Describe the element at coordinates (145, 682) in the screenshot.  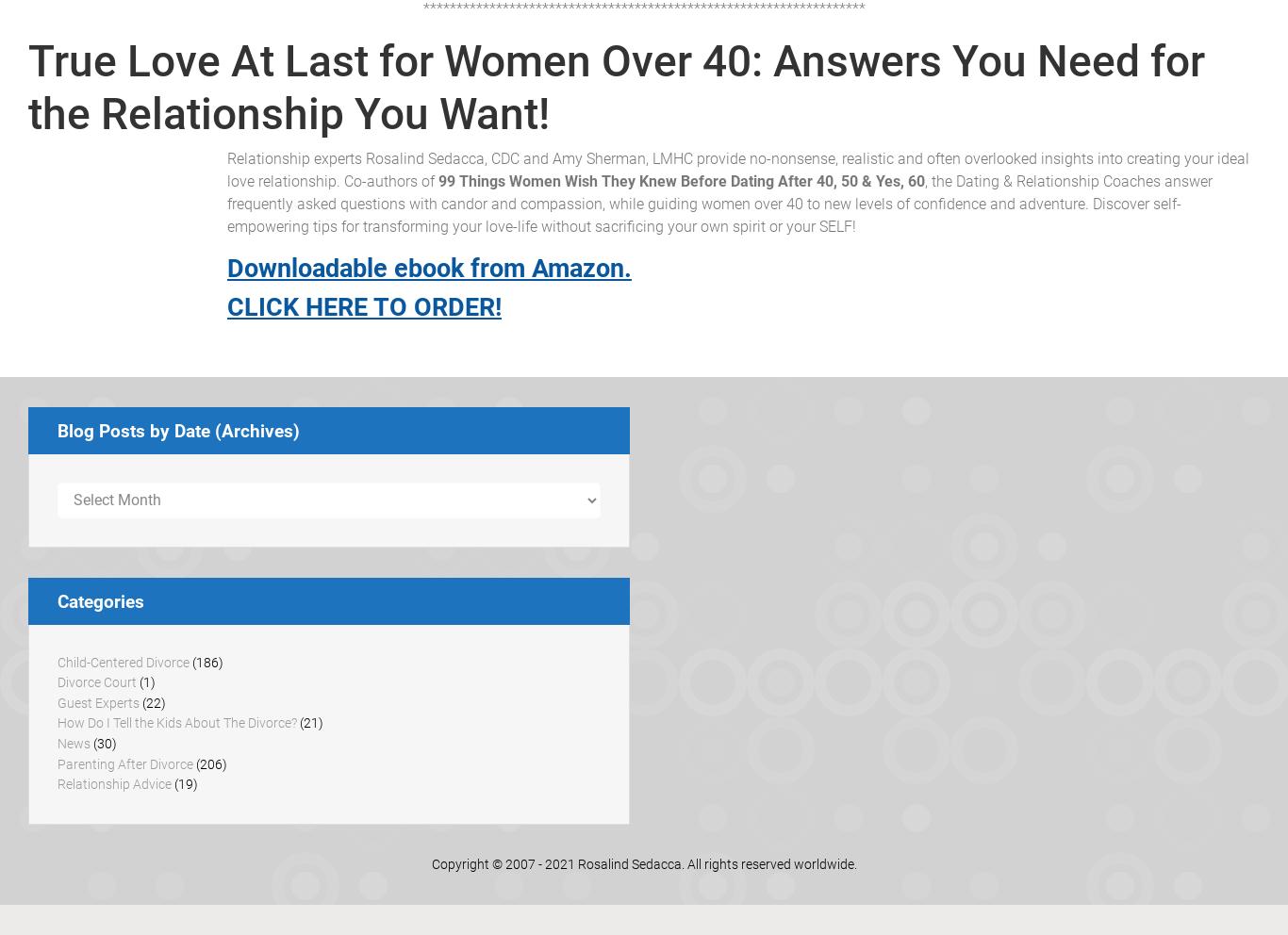
I see `'(1)'` at that location.